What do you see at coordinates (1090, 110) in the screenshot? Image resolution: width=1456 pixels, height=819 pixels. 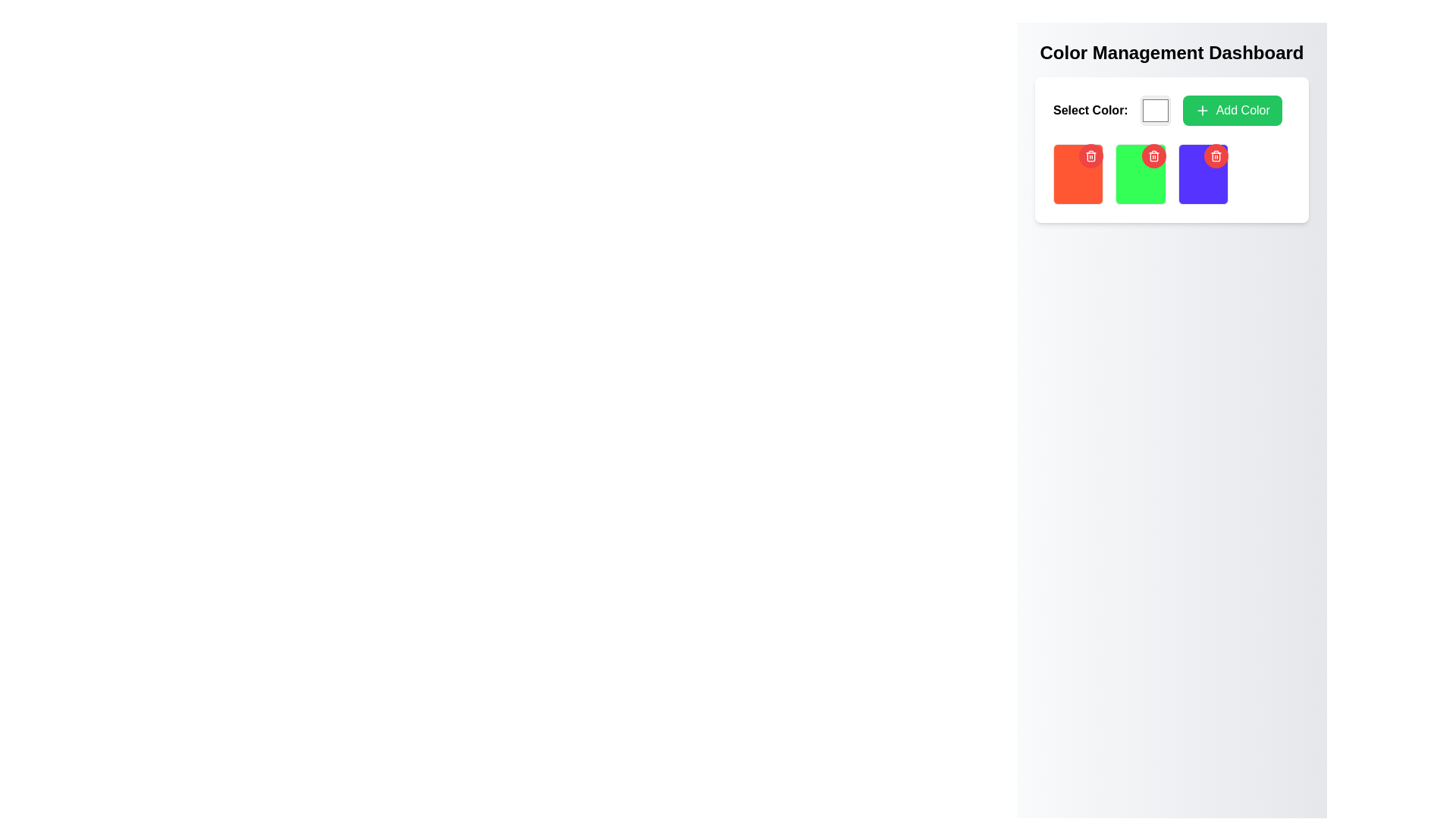 I see `label that serves as the description for the color selection input field, which is positioned to the left of the color picker input field and the 'Add Color' button` at bounding box center [1090, 110].